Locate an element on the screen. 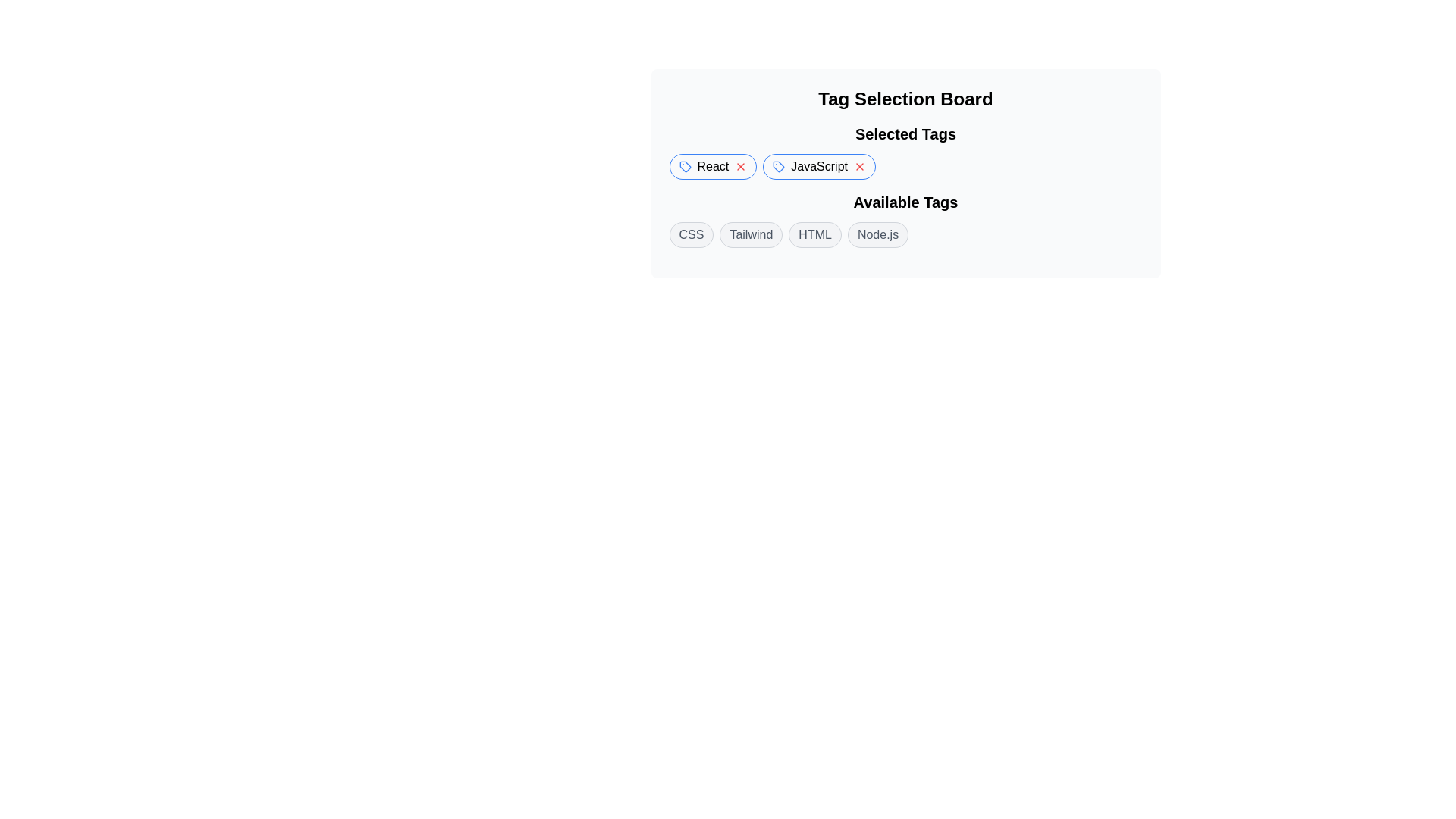 The height and width of the screenshot is (819, 1456). a tag within the 'Tag Selection Board' is located at coordinates (905, 219).